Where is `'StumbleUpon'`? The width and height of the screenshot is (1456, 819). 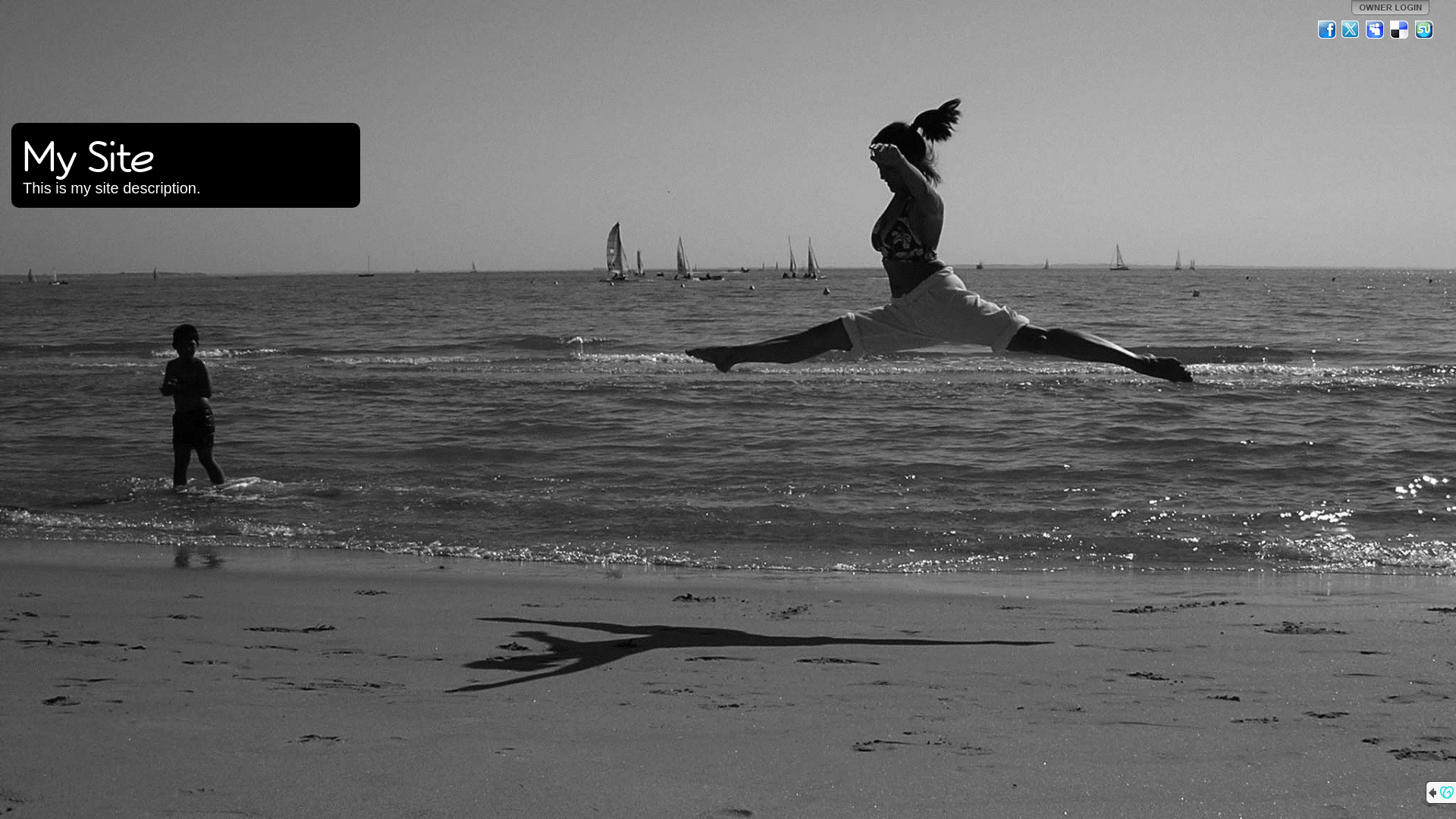
'StumbleUpon' is located at coordinates (1412, 29).